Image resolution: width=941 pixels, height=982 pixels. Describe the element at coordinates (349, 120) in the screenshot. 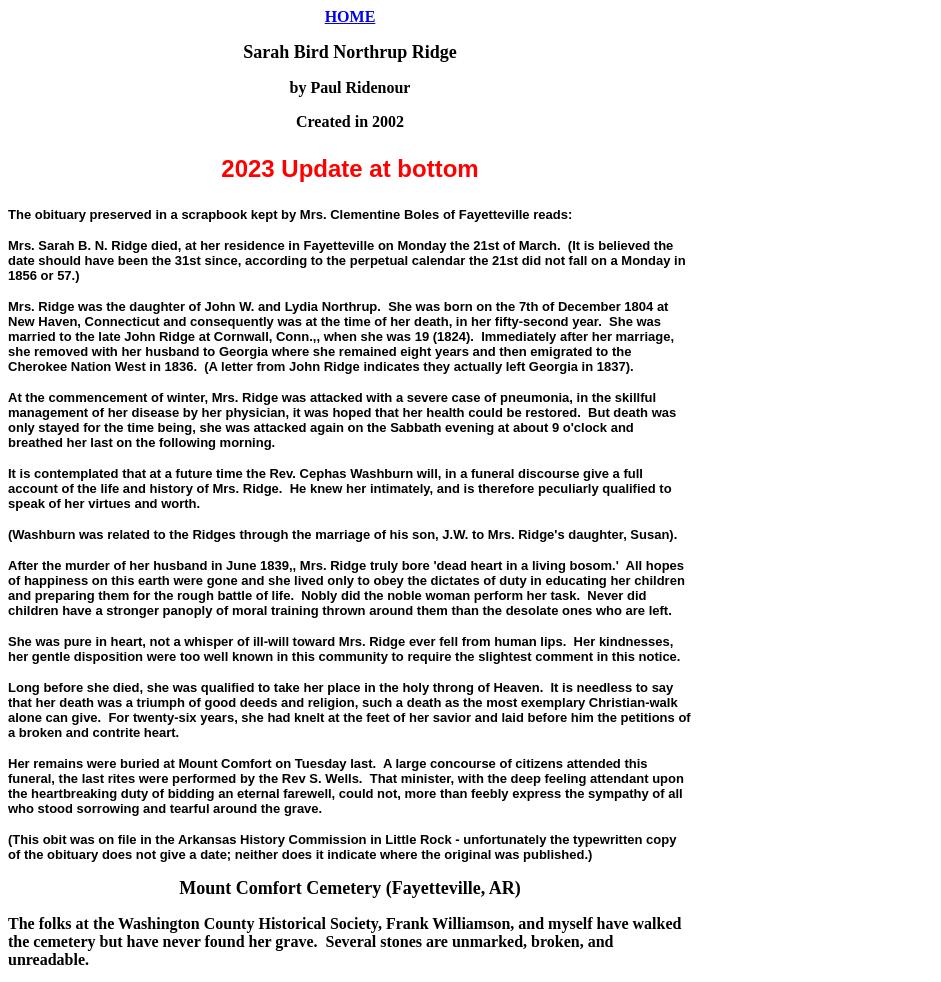

I see `'Created in 2002'` at that location.